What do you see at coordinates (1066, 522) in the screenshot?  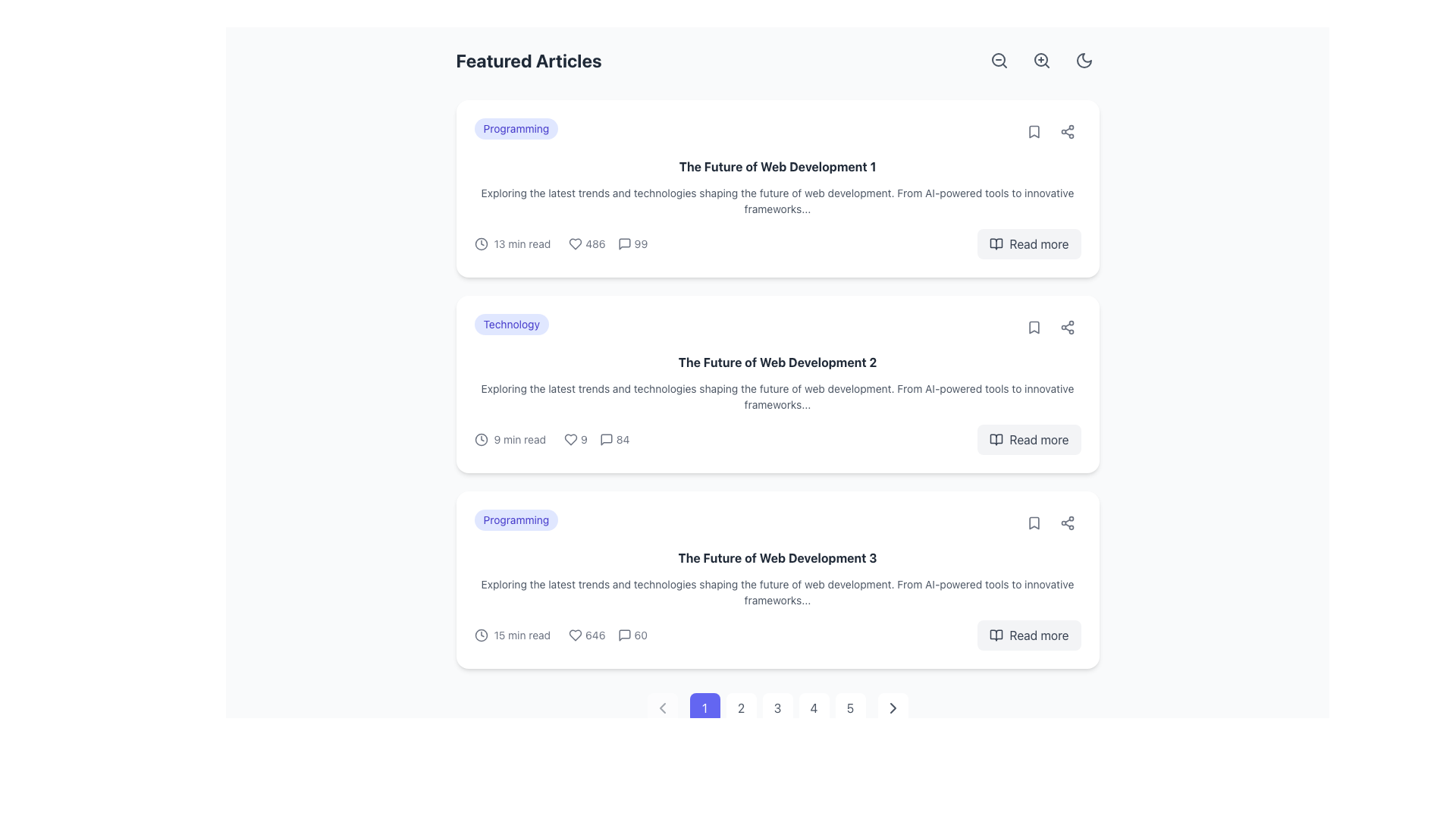 I see `the Button with an embedded share icon located in the bottom-right section of the third article card titled 'The Future of Web Development 3'` at bounding box center [1066, 522].